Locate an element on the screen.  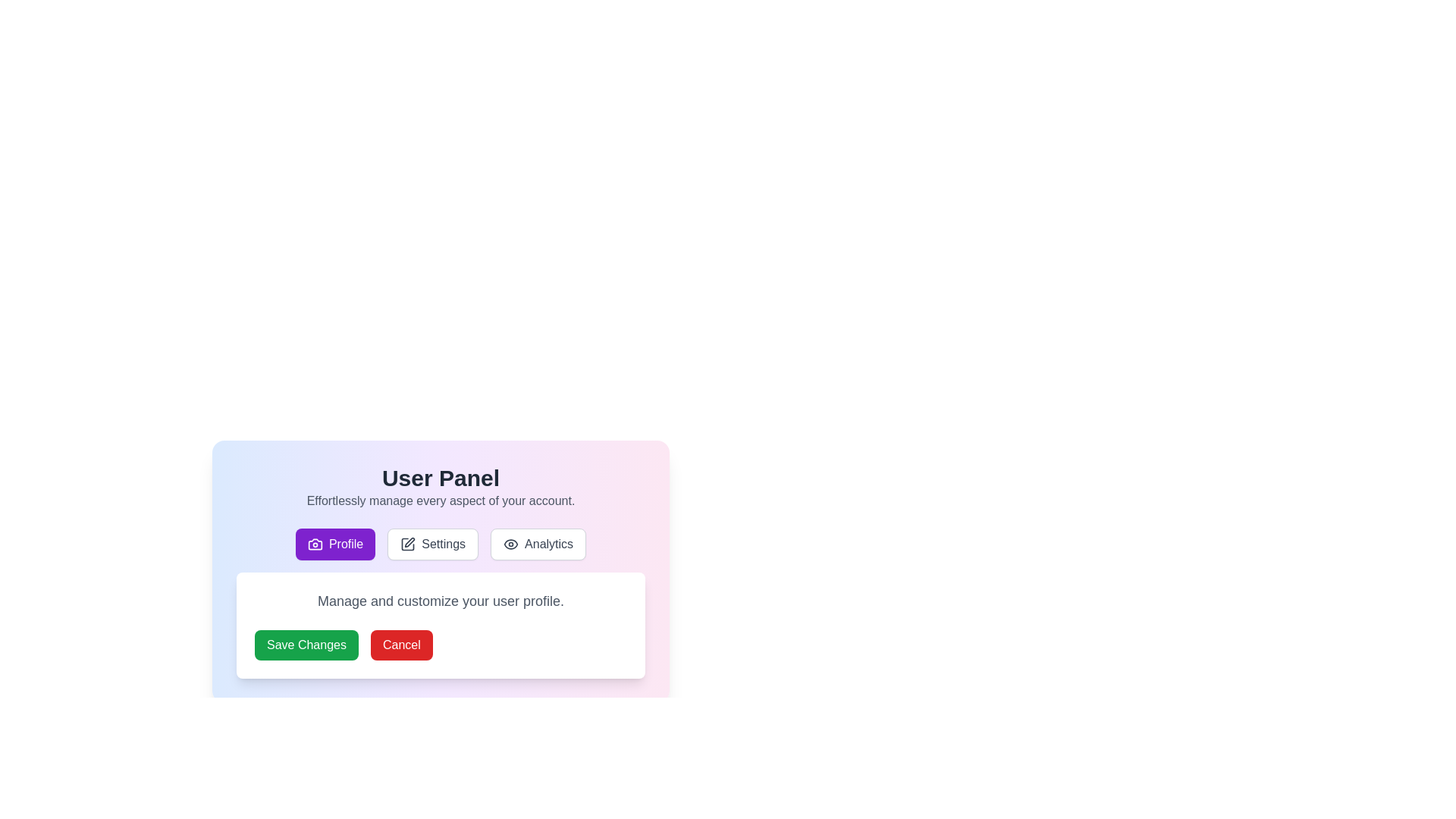
the 'Cancel' button to discard changes is located at coordinates (401, 645).